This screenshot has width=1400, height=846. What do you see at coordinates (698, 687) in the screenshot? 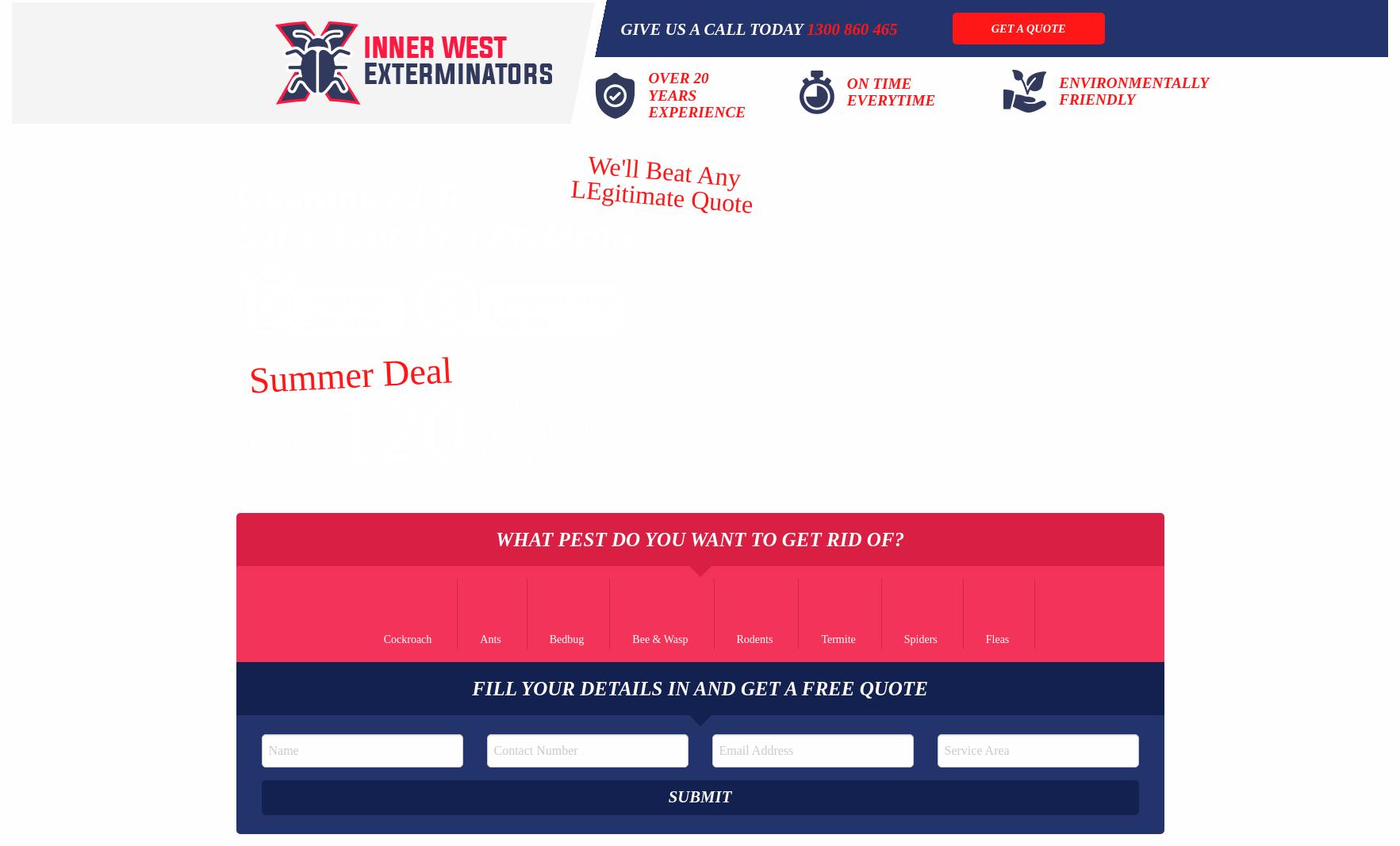
I see `'FILL YOUR DETAILS IN AND GET A FREE QUOTE'` at bounding box center [698, 687].